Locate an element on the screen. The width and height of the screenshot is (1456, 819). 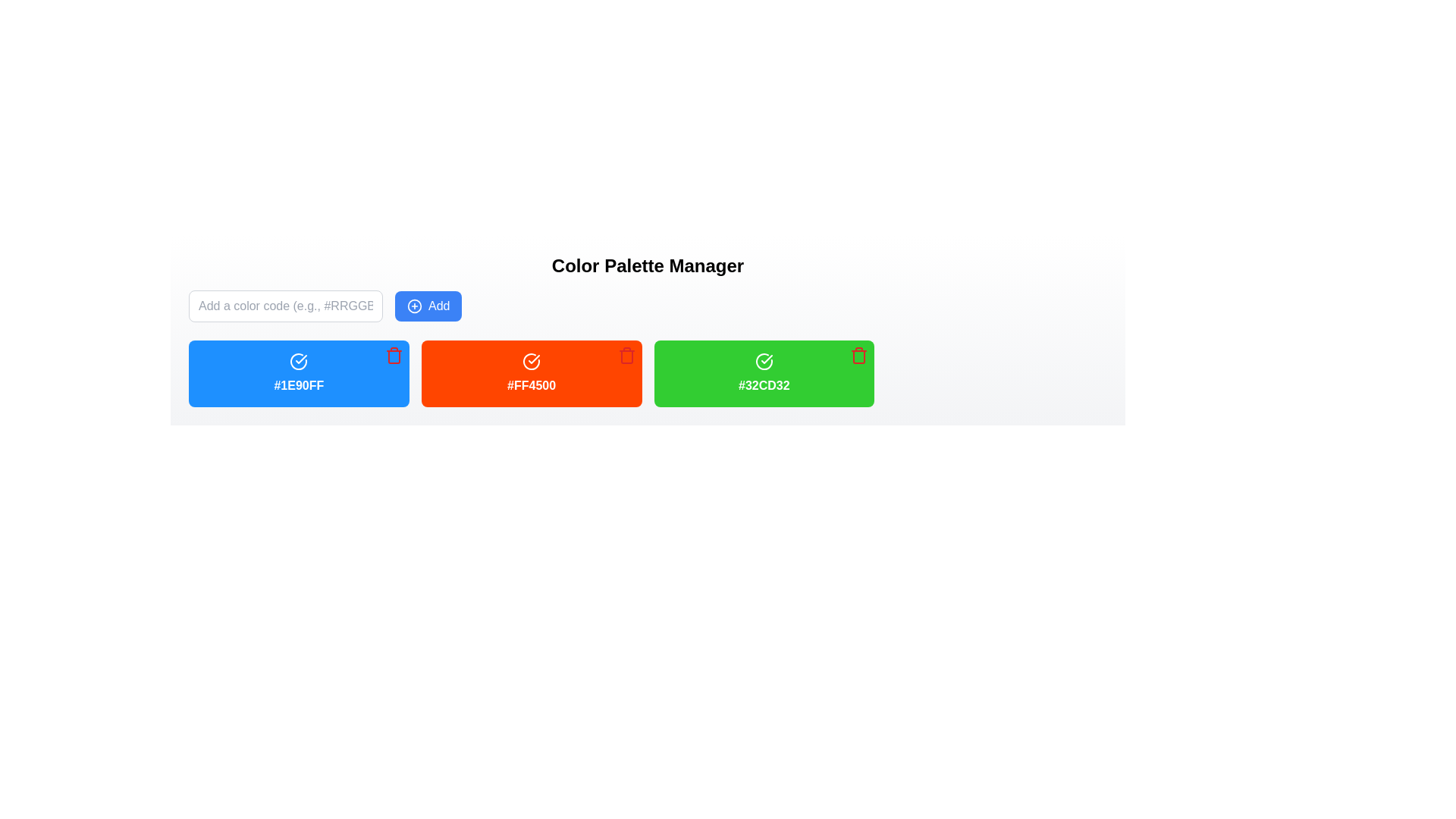
the checkmark icon located in the top-left corner of the blue section labeled '#1E90FF', which is represented as a fine-line style graphic inside a circular region is located at coordinates (299, 362).